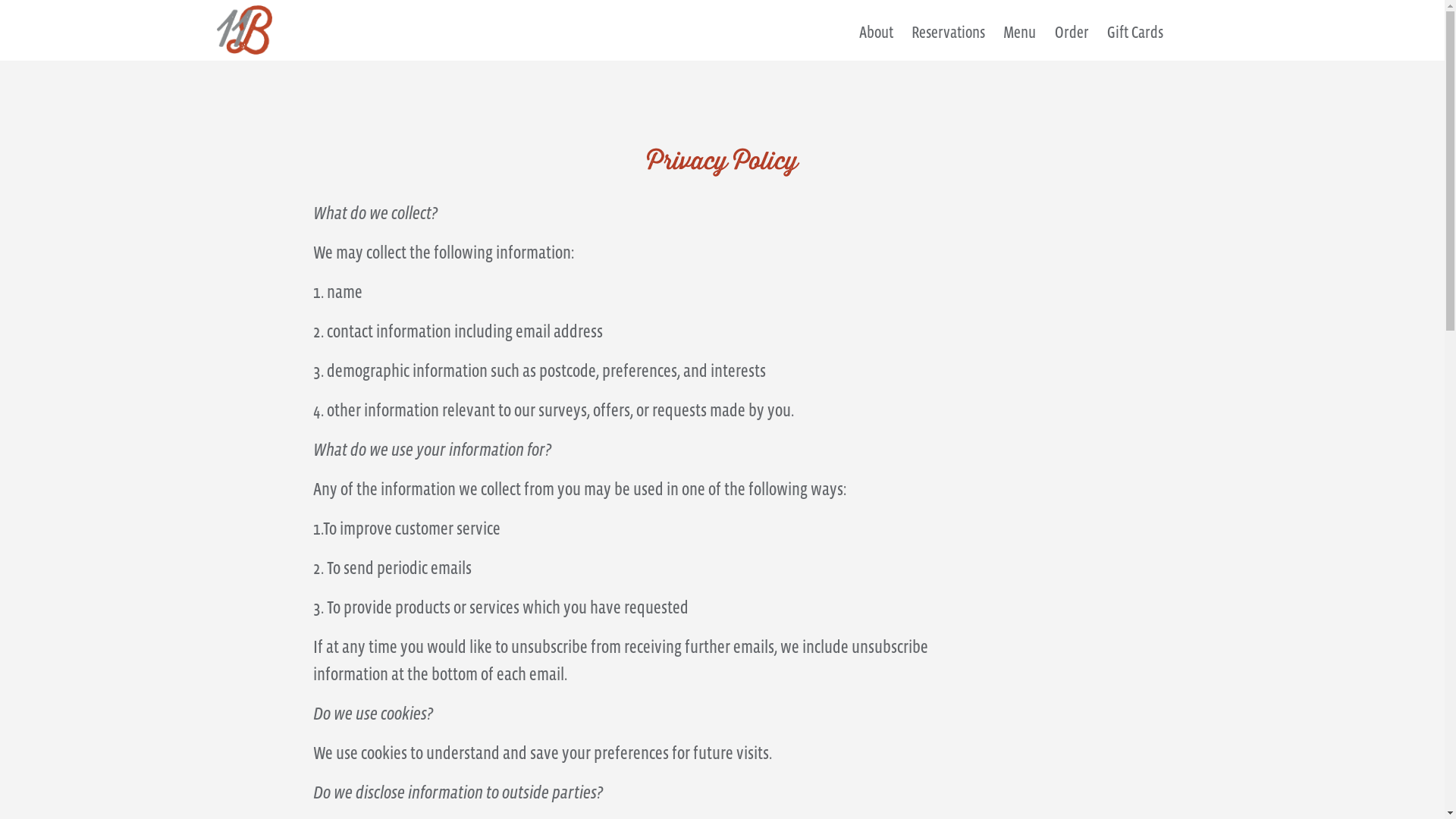  What do you see at coordinates (1019, 39) in the screenshot?
I see `'Menu'` at bounding box center [1019, 39].